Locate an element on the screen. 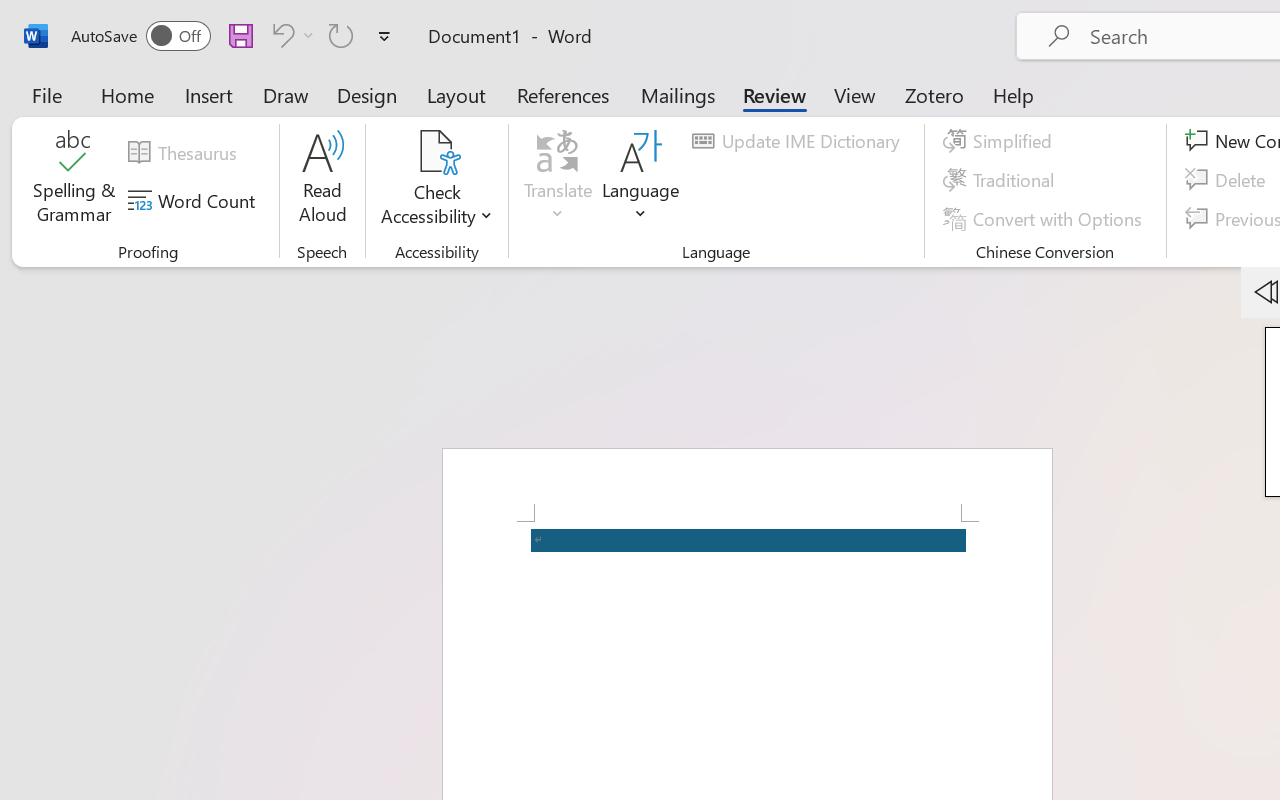 This screenshot has height=800, width=1280. 'Check Accessibility' is located at coordinates (436, 151).